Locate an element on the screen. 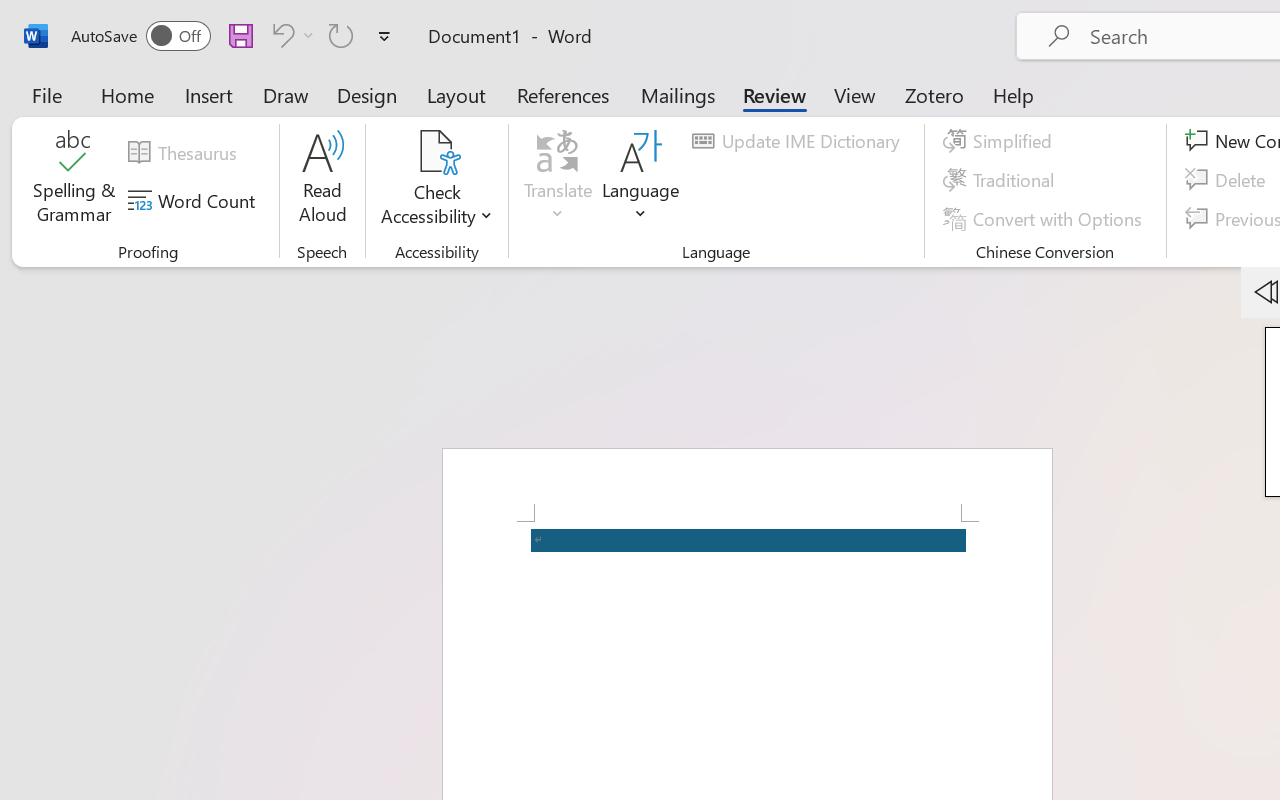 This screenshot has height=800, width=1280. 'Check Accessibility' is located at coordinates (436, 151).